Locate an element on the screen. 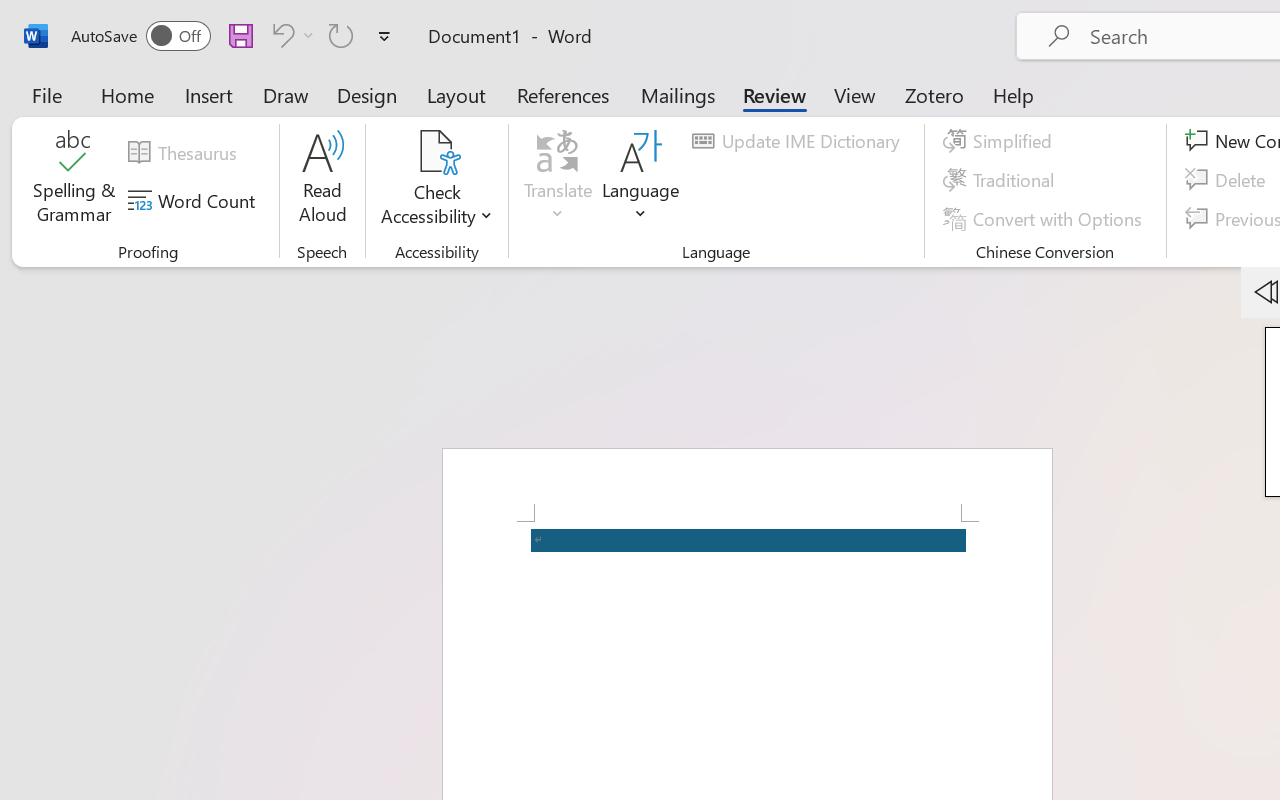 This screenshot has height=800, width=1280. 'Check Accessibility' is located at coordinates (436, 151).